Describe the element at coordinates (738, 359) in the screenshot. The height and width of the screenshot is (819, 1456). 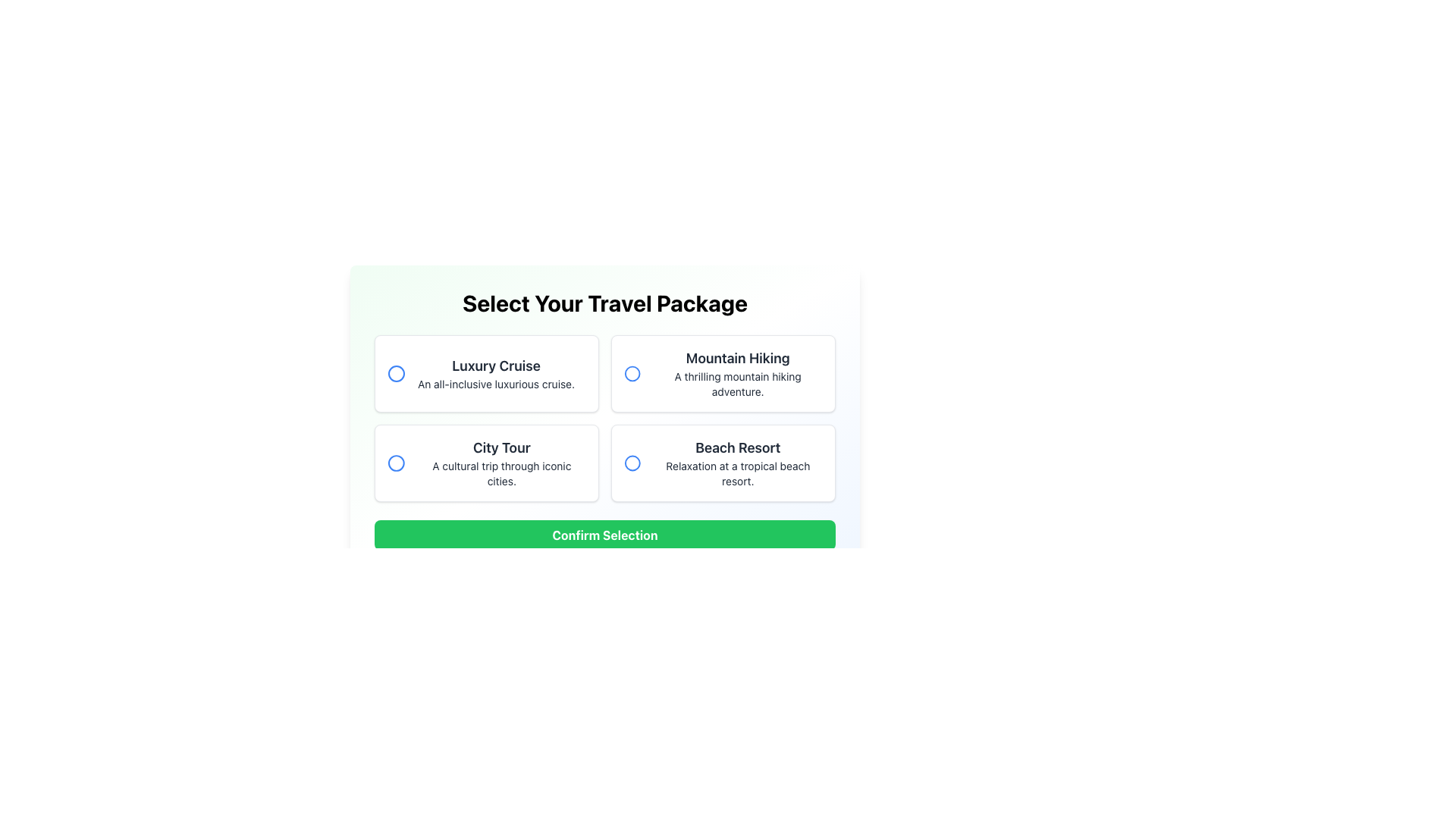
I see `text label 'Mountain Hiking' located at the top of the selection box in the upper-right section of the travel package options grid` at that location.